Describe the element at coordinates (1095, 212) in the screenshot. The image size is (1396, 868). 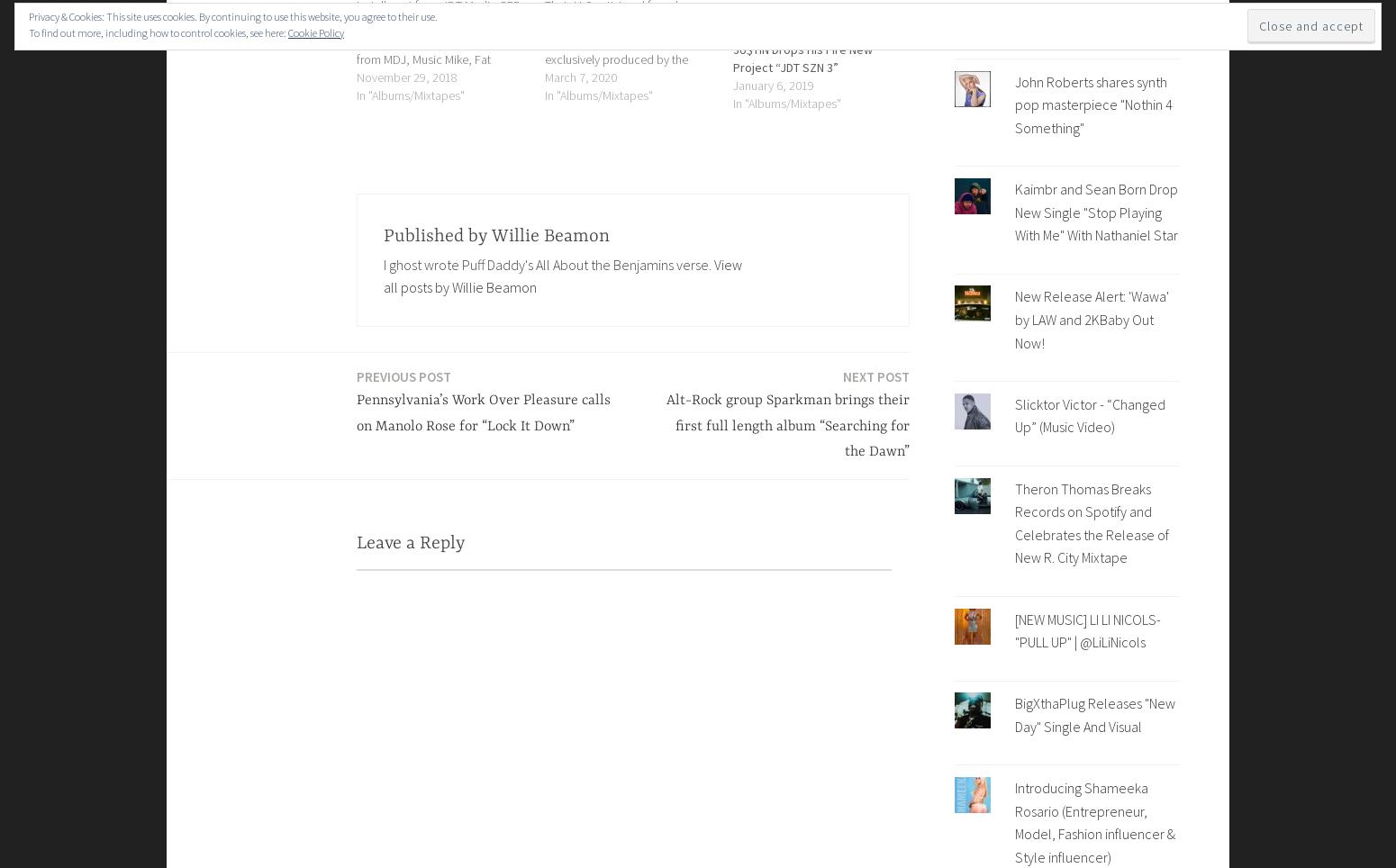
I see `'Kaimbr and Sean Born Drop New Single "Stop Playing With Me" With Nathaniel Star'` at that location.